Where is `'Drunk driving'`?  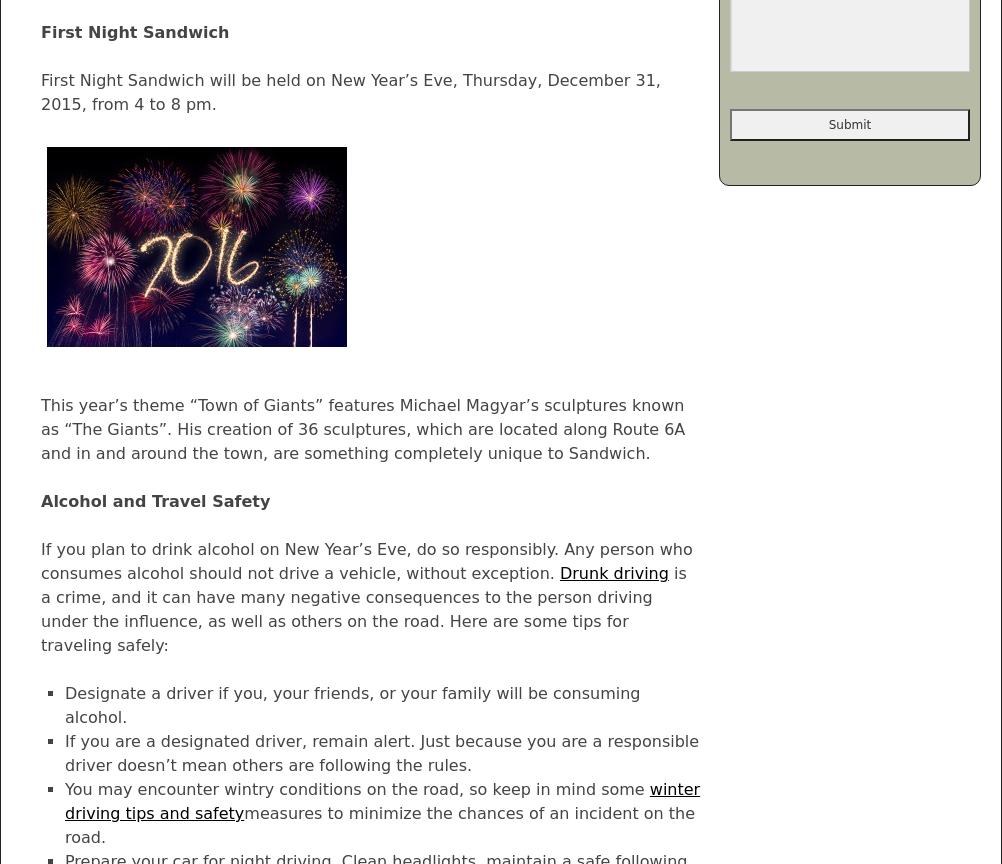 'Drunk driving' is located at coordinates (612, 572).